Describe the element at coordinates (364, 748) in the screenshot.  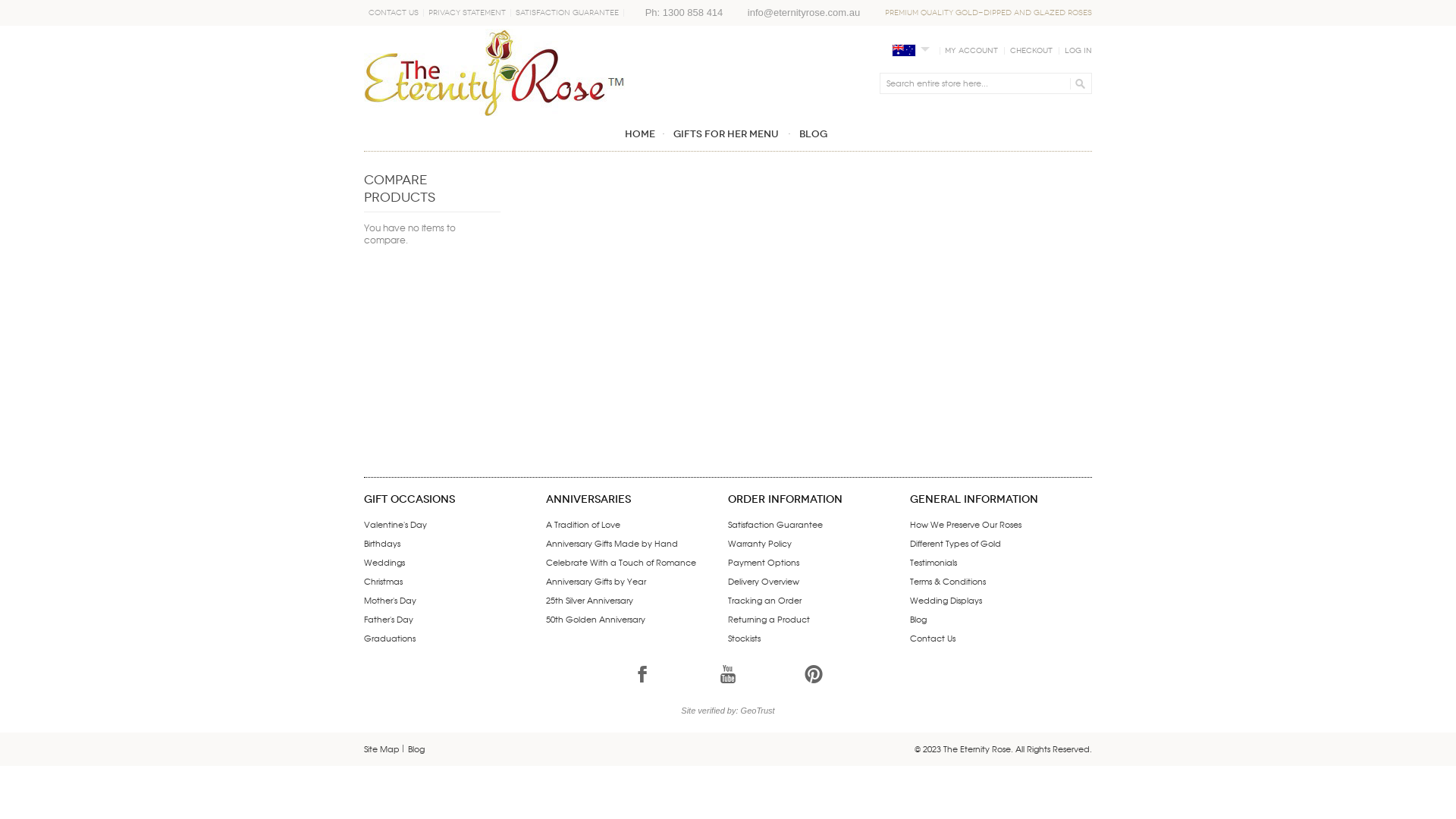
I see `'Site Map'` at that location.